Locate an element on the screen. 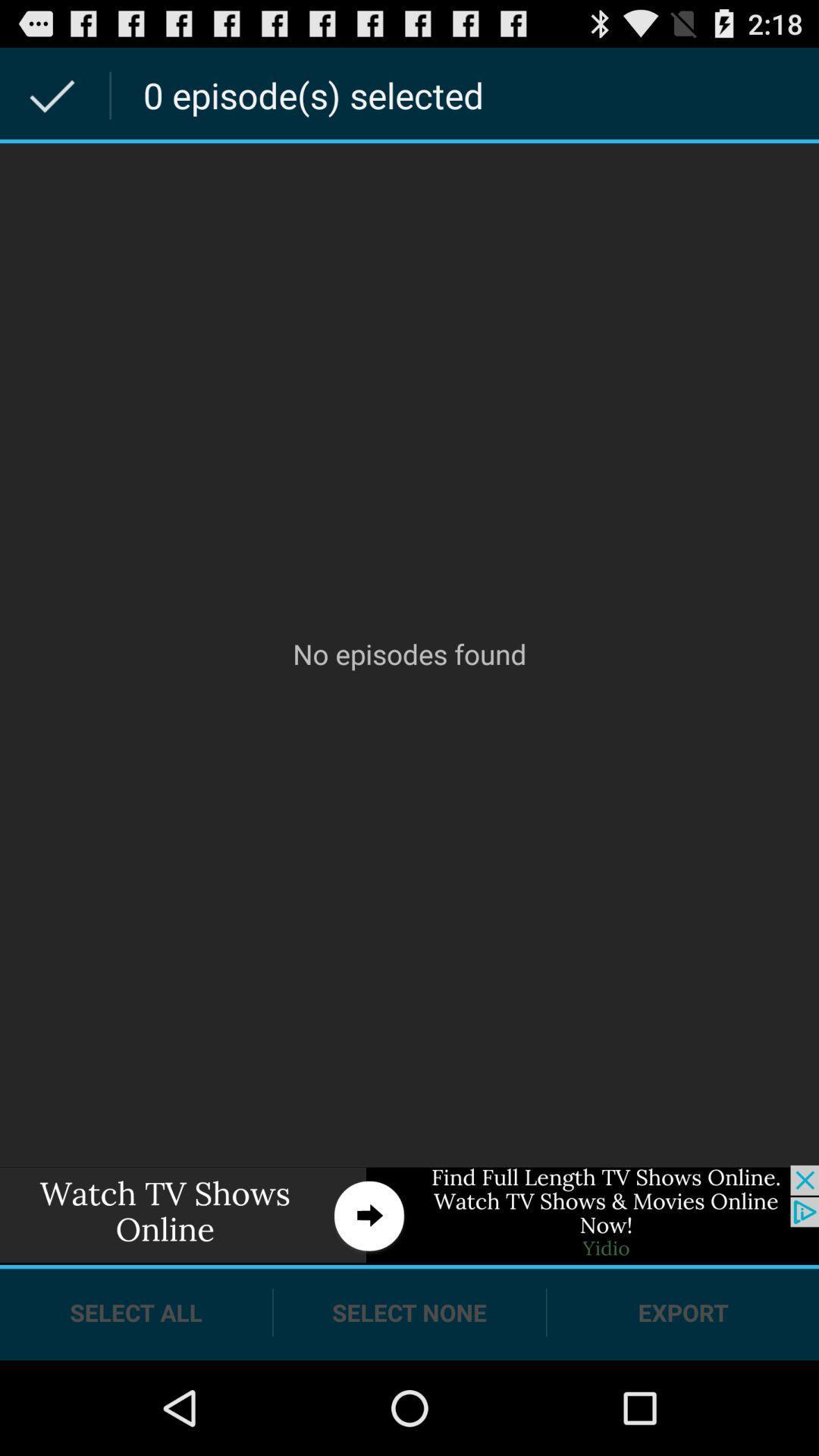  play option is located at coordinates (409, 1215).